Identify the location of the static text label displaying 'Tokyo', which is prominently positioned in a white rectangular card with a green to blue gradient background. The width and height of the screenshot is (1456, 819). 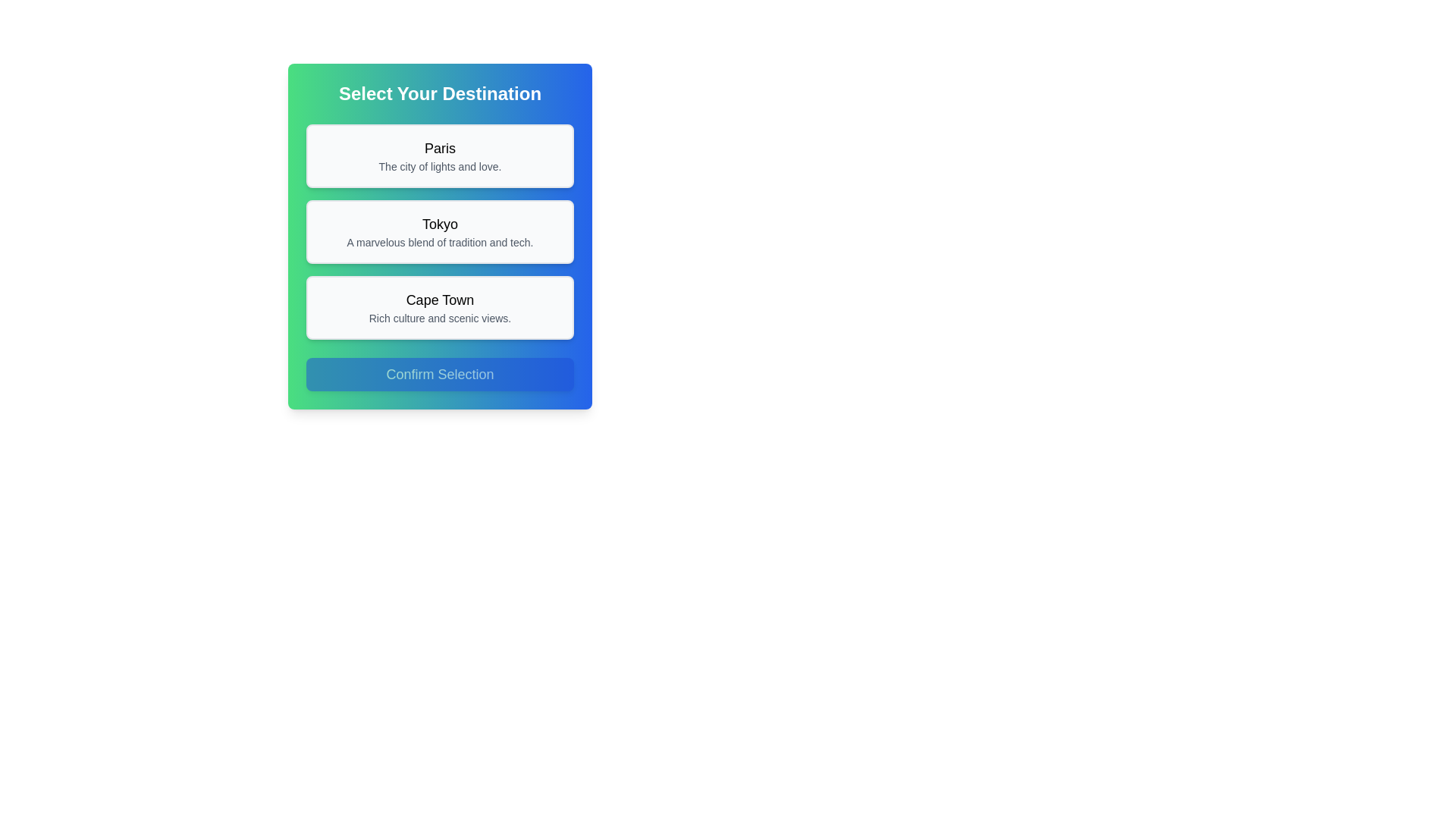
(439, 224).